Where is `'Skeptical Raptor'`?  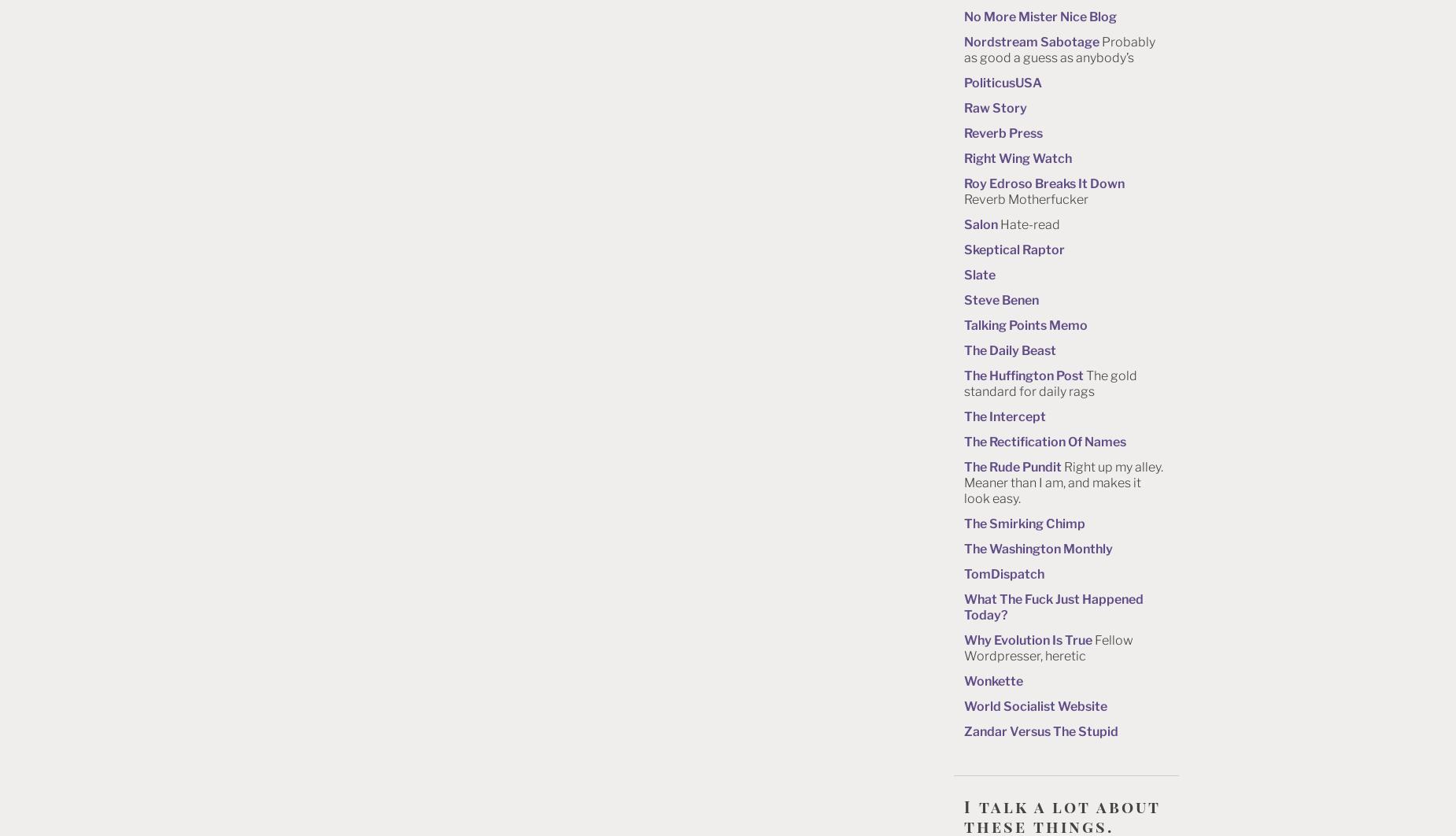 'Skeptical Raptor' is located at coordinates (1014, 248).